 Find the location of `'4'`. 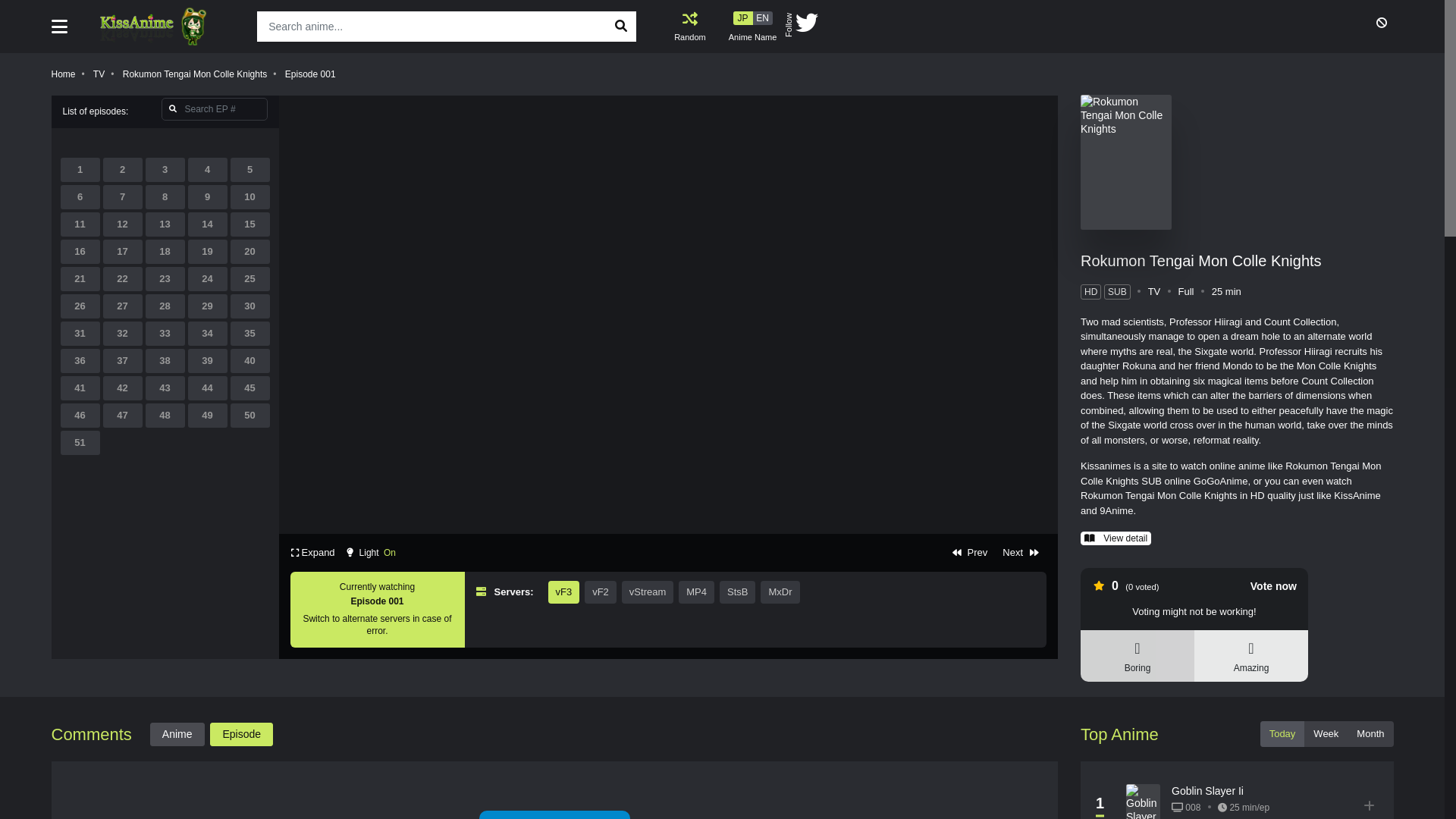

'4' is located at coordinates (206, 169).